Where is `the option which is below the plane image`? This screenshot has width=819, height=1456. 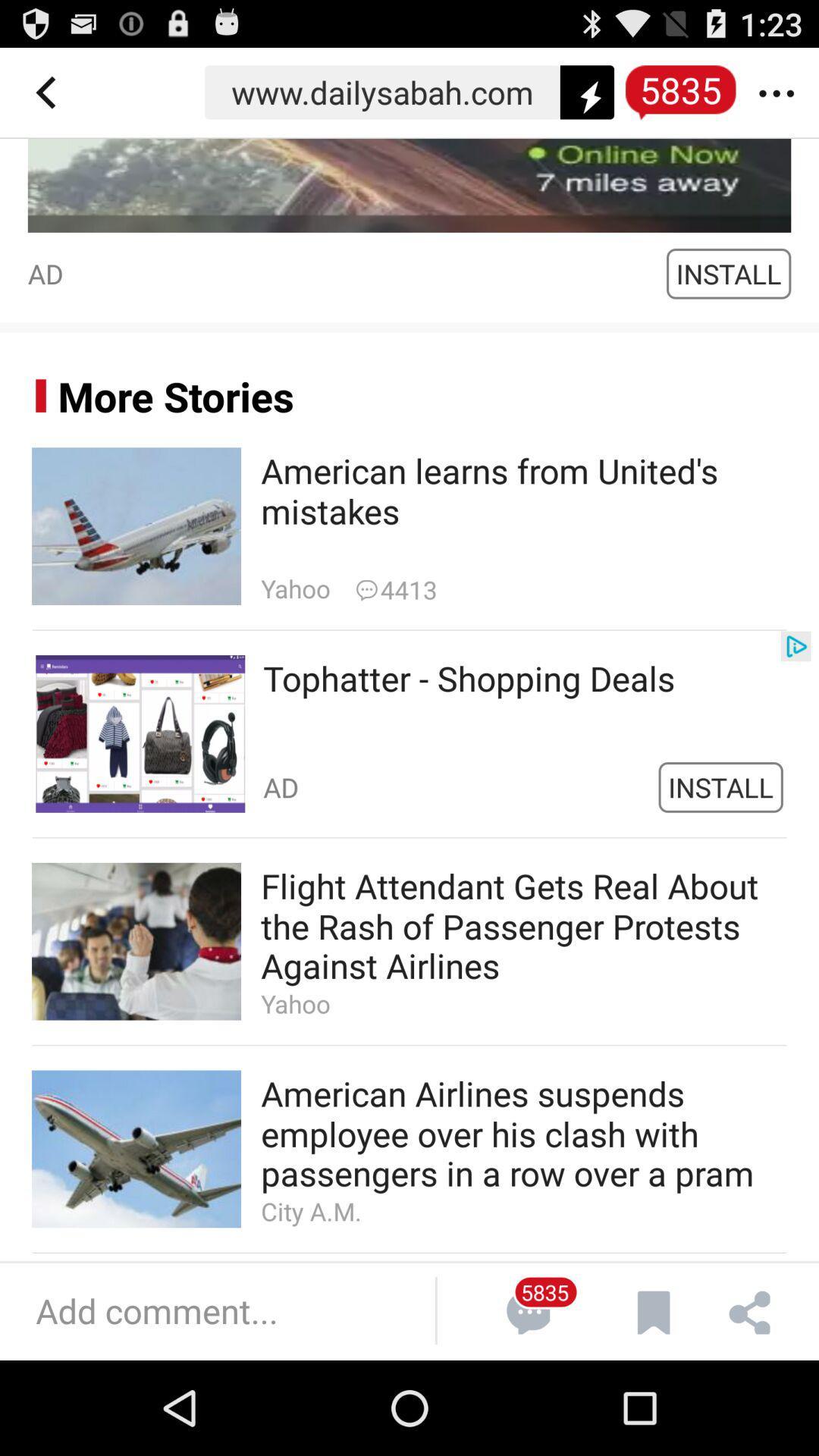
the option which is below the plane image is located at coordinates (409, 734).